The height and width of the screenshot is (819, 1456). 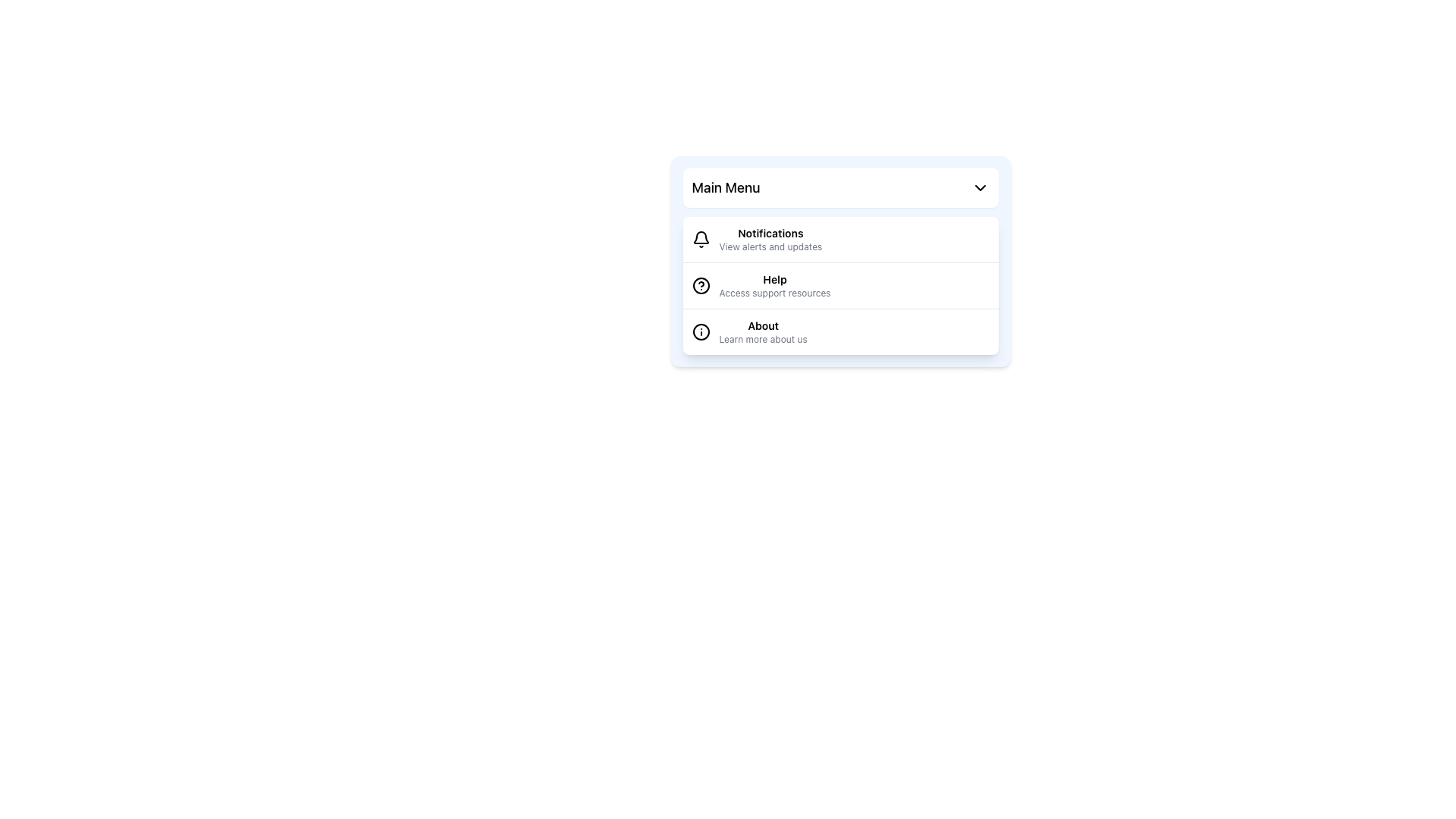 I want to click on the circular shape representing the information or help symbol in the 'About' section of the main menu dropdown, so click(x=700, y=331).